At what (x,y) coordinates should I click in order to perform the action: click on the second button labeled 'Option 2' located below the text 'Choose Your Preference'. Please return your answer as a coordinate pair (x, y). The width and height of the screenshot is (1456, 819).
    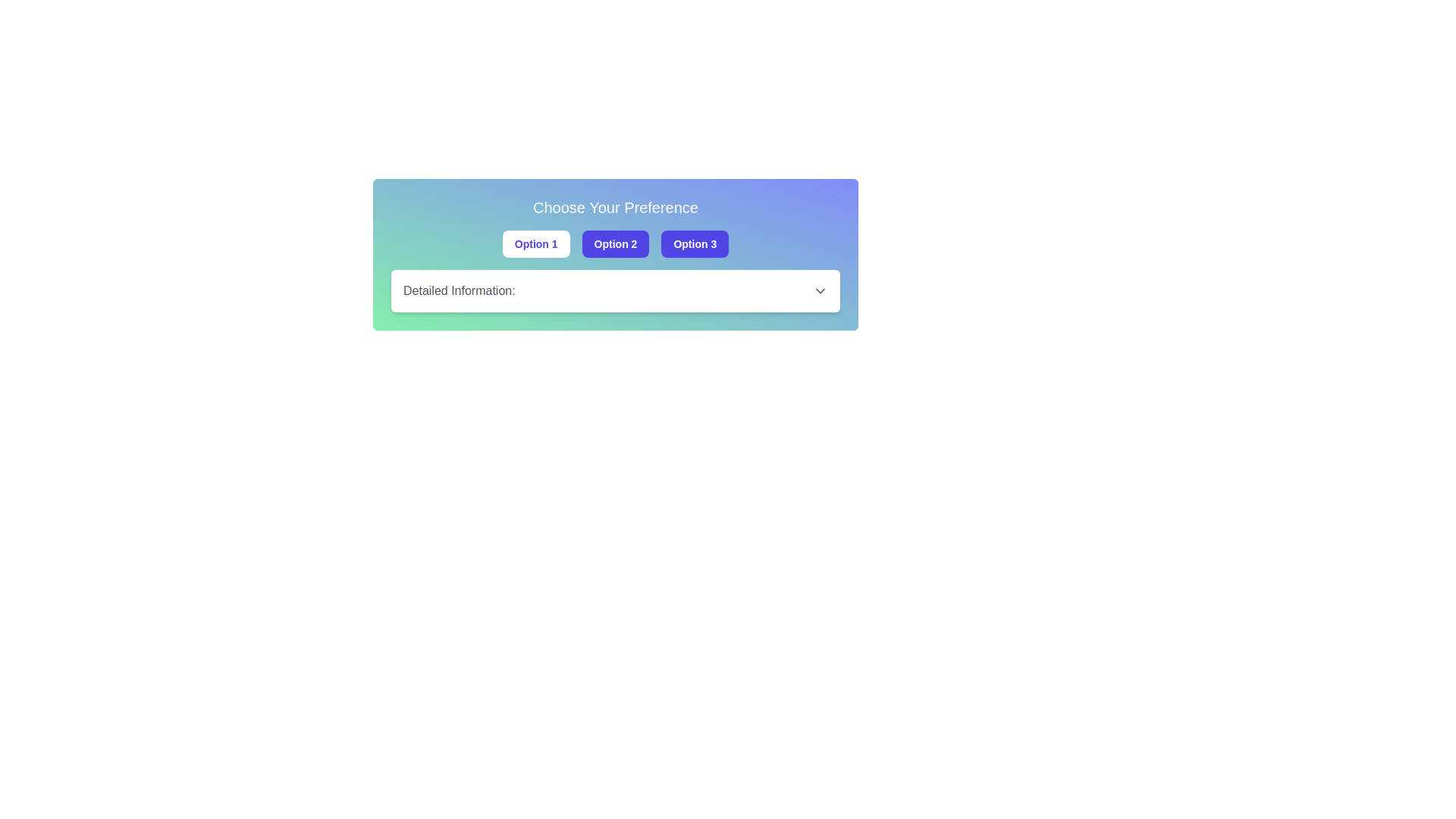
    Looking at the image, I should click on (615, 253).